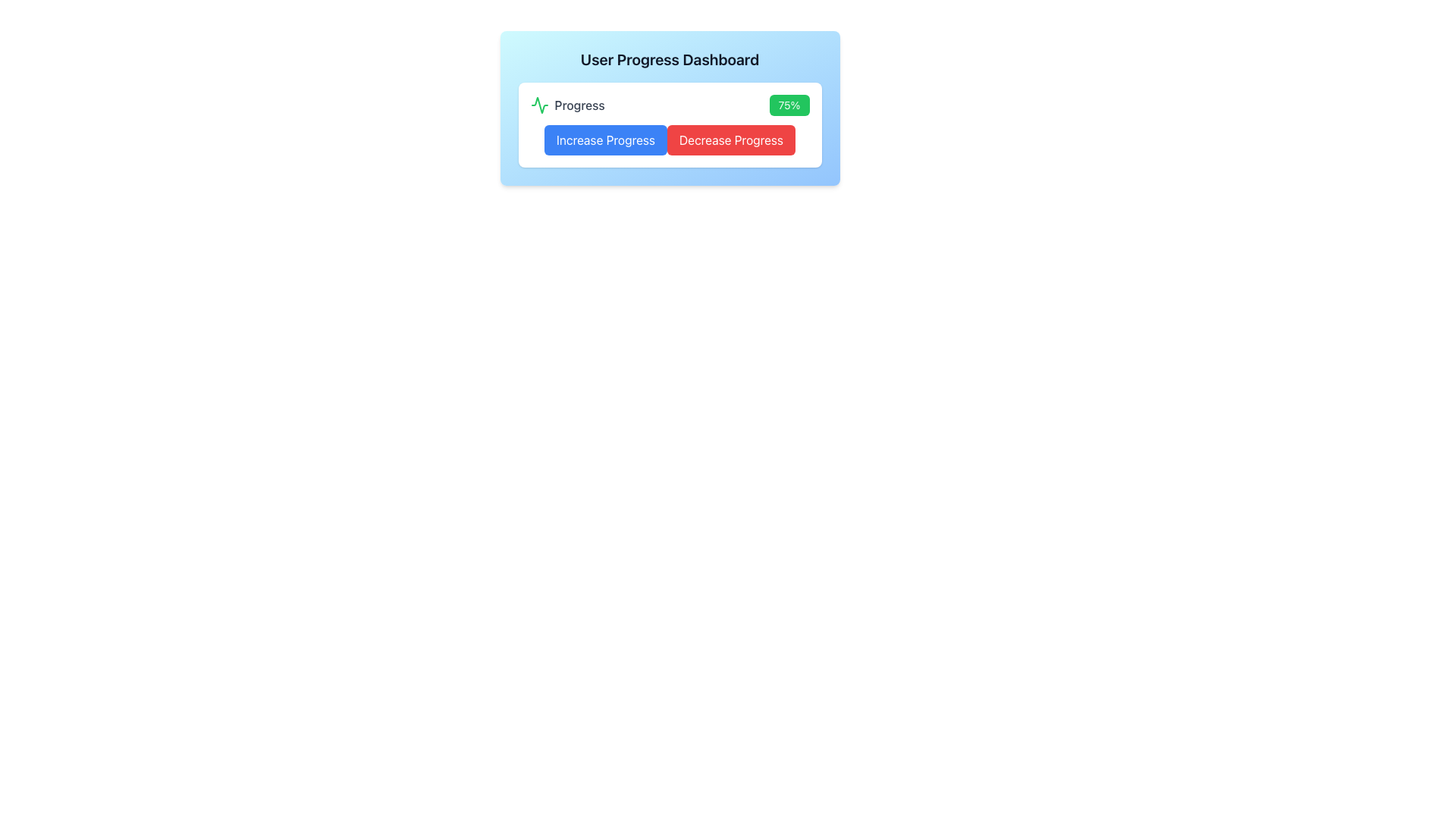  Describe the element at coordinates (731, 140) in the screenshot. I see `the 'Decrease Progress' button to observe the hover effect, which is located immediately to the right of the 'Increase Progress' button in the second row of components` at that location.